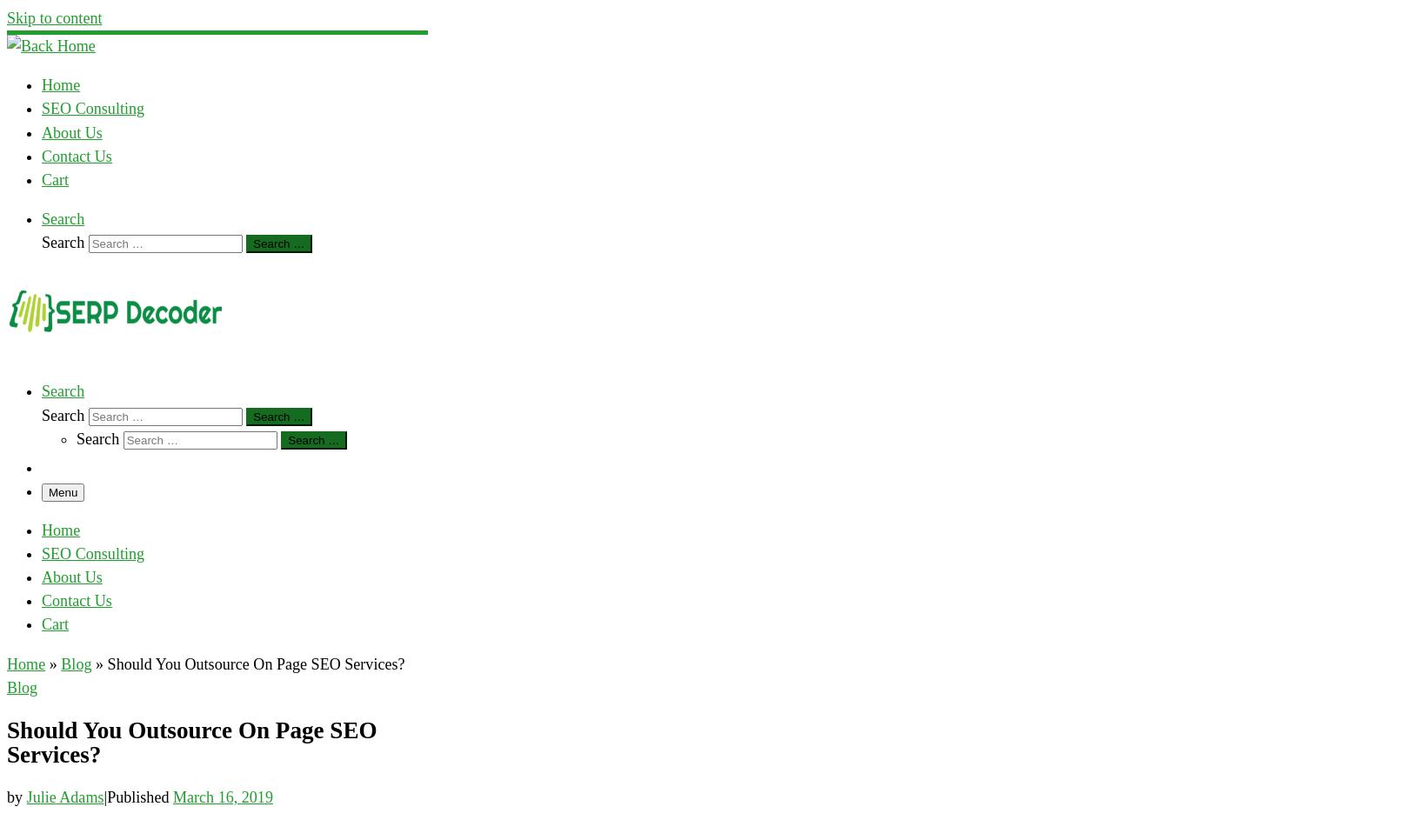 This screenshot has height=840, width=1416. I want to click on 'March 16, 2019', so click(222, 797).